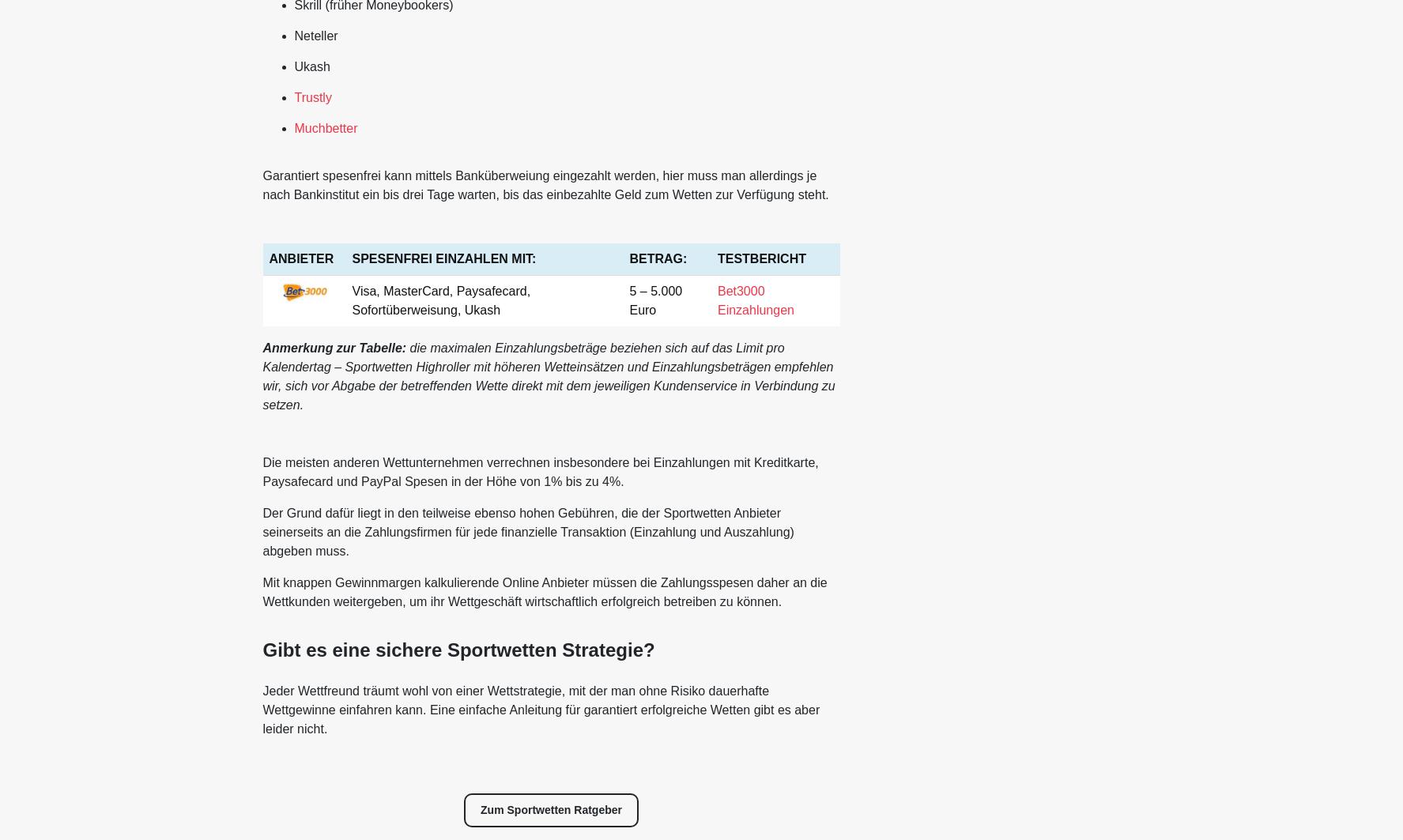  What do you see at coordinates (544, 184) in the screenshot?
I see `'Garantiert spesenfrei kann mittels Banküberweiung eingezahlt werden, hier muss man allerdings je nach Bankinstitut ein bis drei Tage warten, bis das einbezahlte Geld zum Wetten zur Verfügung steht.'` at bounding box center [544, 184].